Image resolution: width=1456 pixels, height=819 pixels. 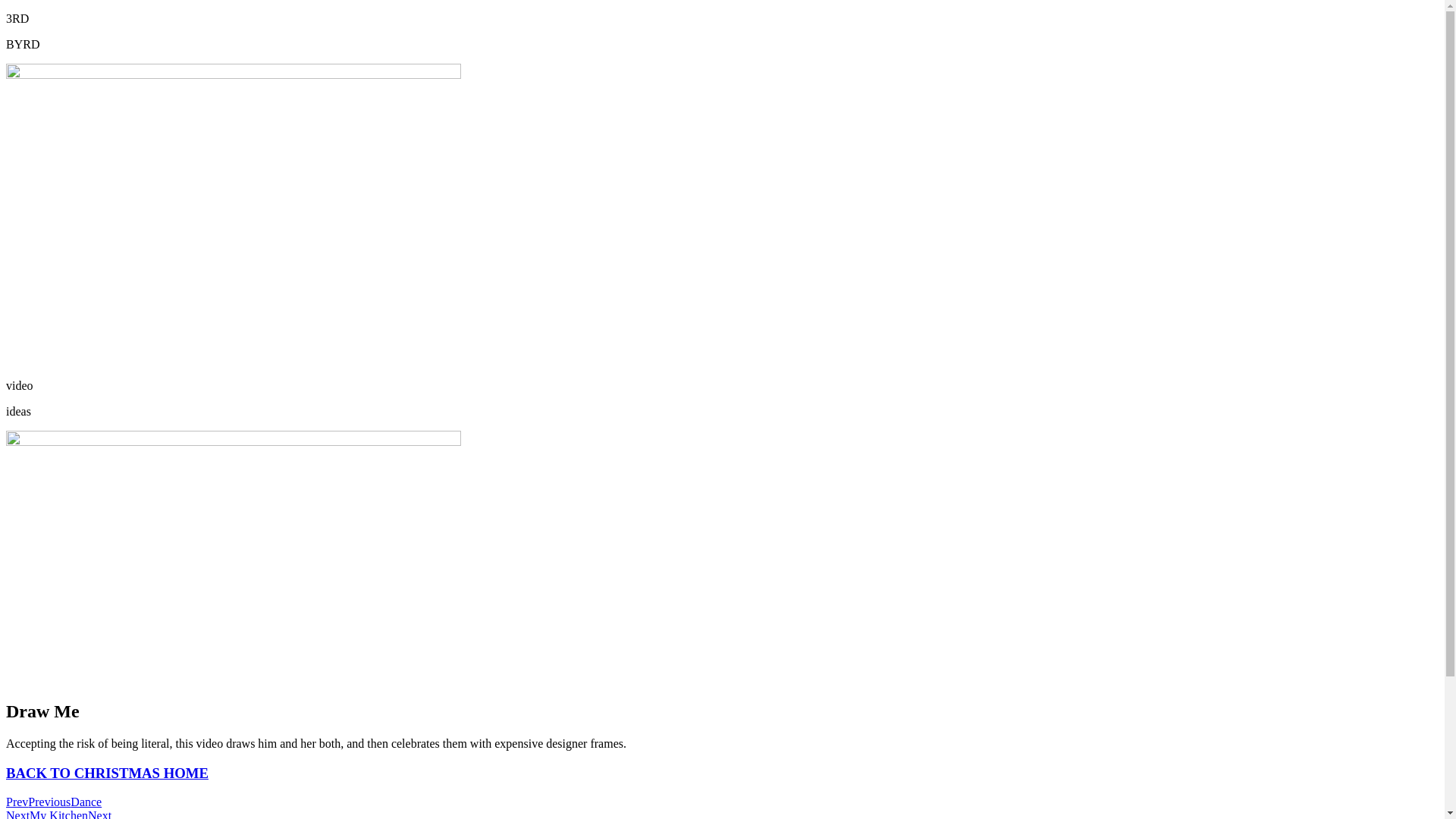 What do you see at coordinates (106, 773) in the screenshot?
I see `'BACK TO CHRISTMAS HOME'` at bounding box center [106, 773].